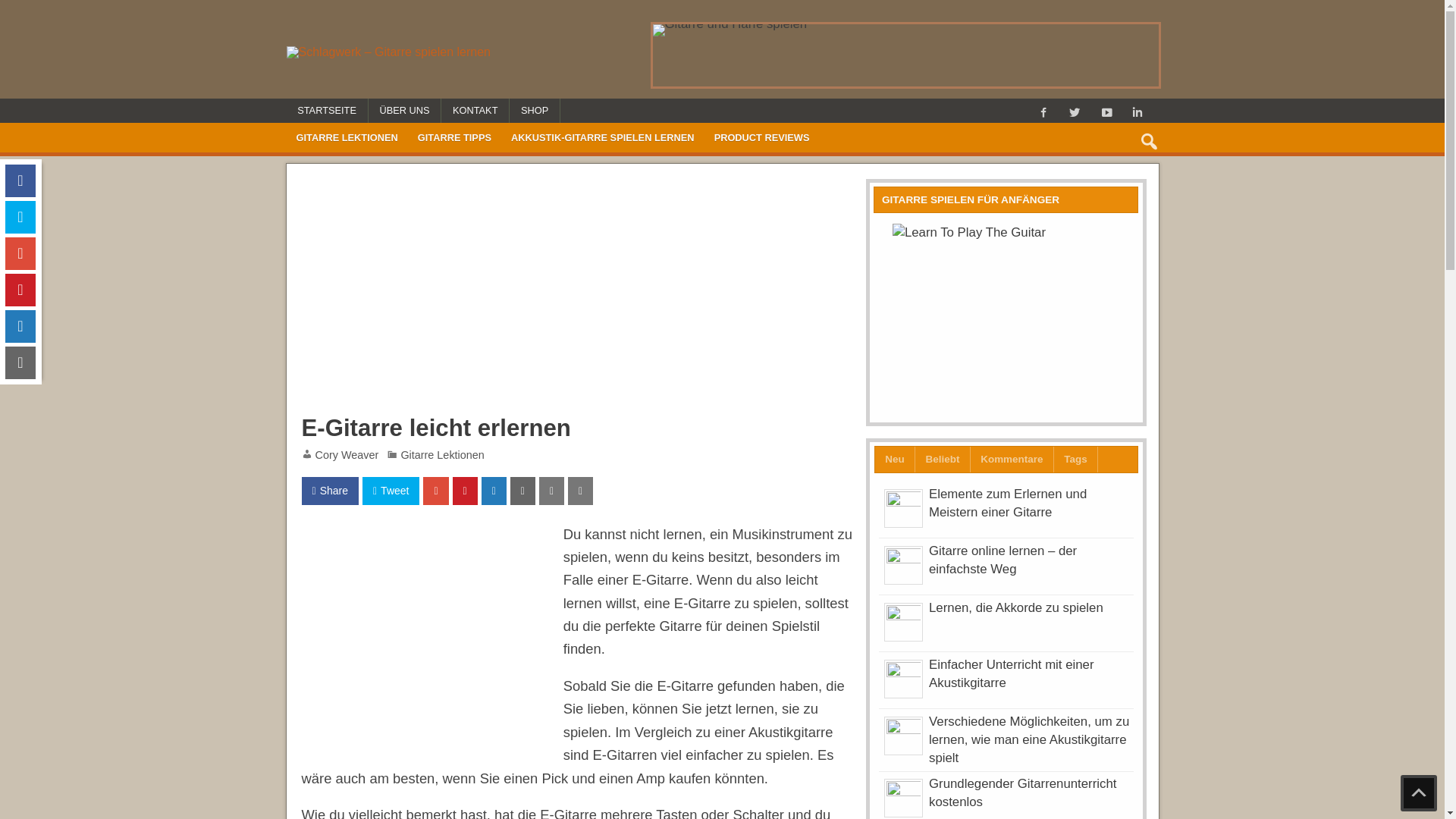  What do you see at coordinates (440, 110) in the screenshot?
I see `'KONTAKT'` at bounding box center [440, 110].